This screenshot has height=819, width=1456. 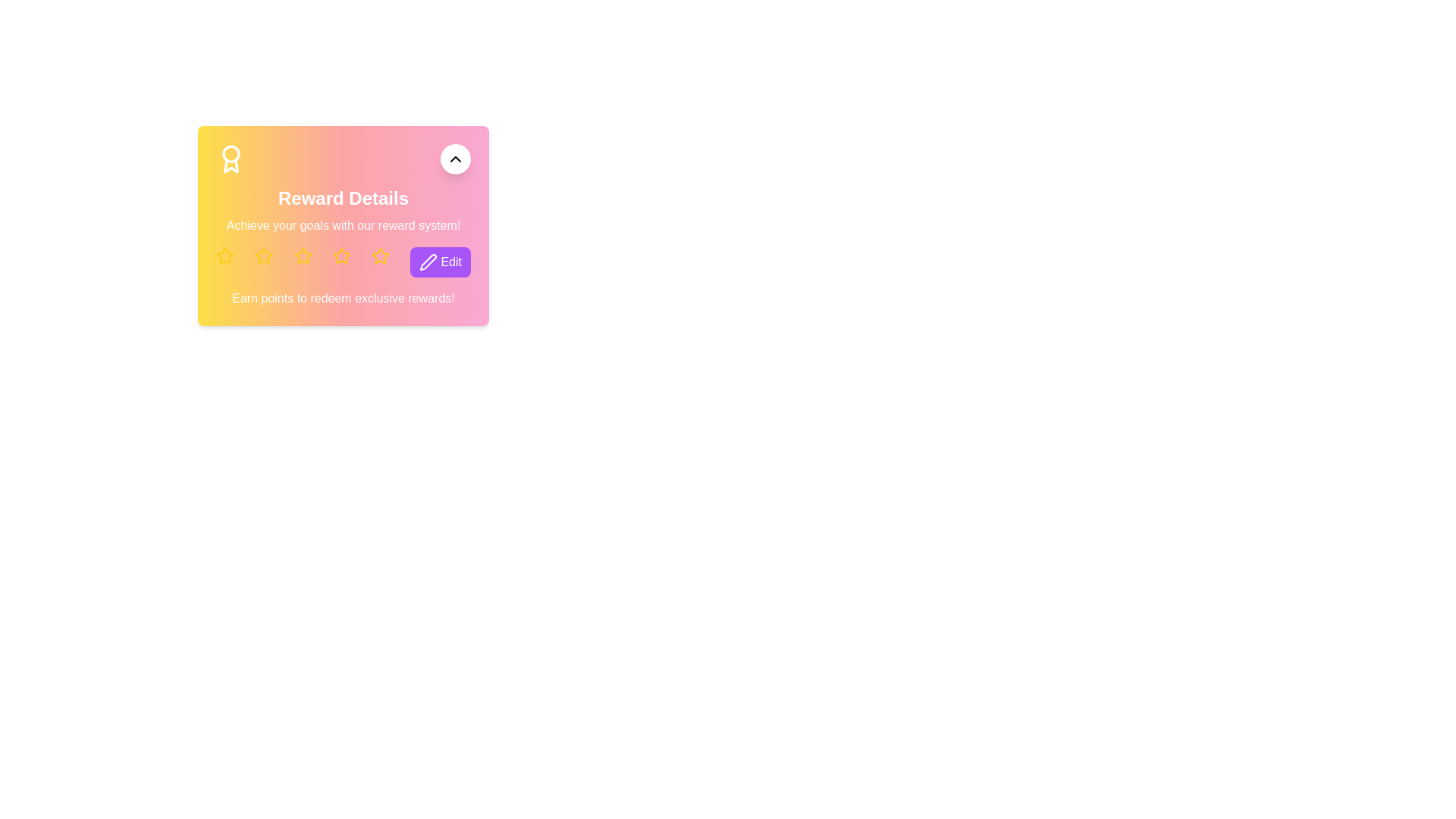 I want to click on the second yellow star icon, so click(x=264, y=255).